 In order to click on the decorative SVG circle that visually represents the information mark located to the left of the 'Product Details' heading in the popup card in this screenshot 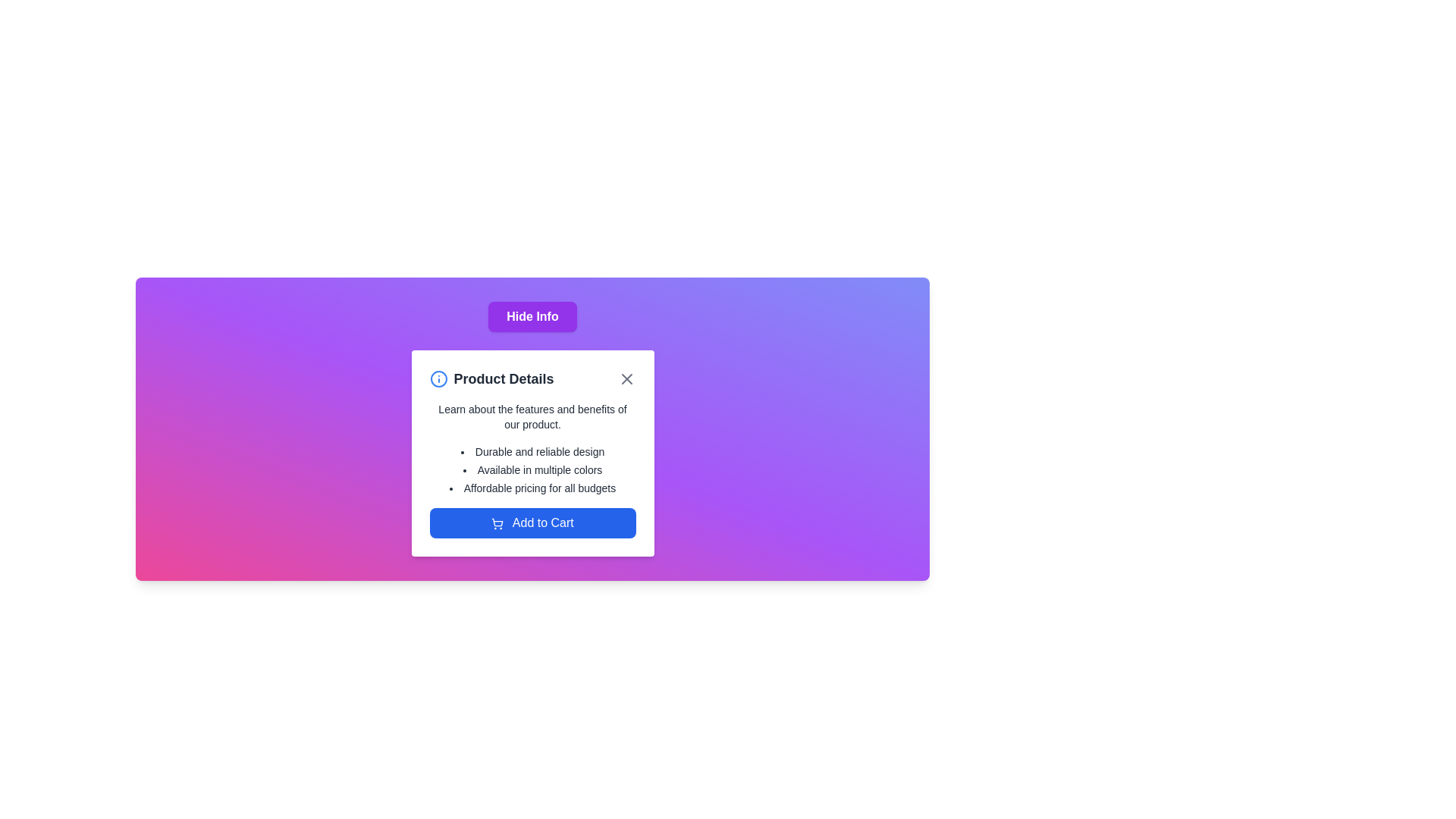, I will do `click(438, 378)`.